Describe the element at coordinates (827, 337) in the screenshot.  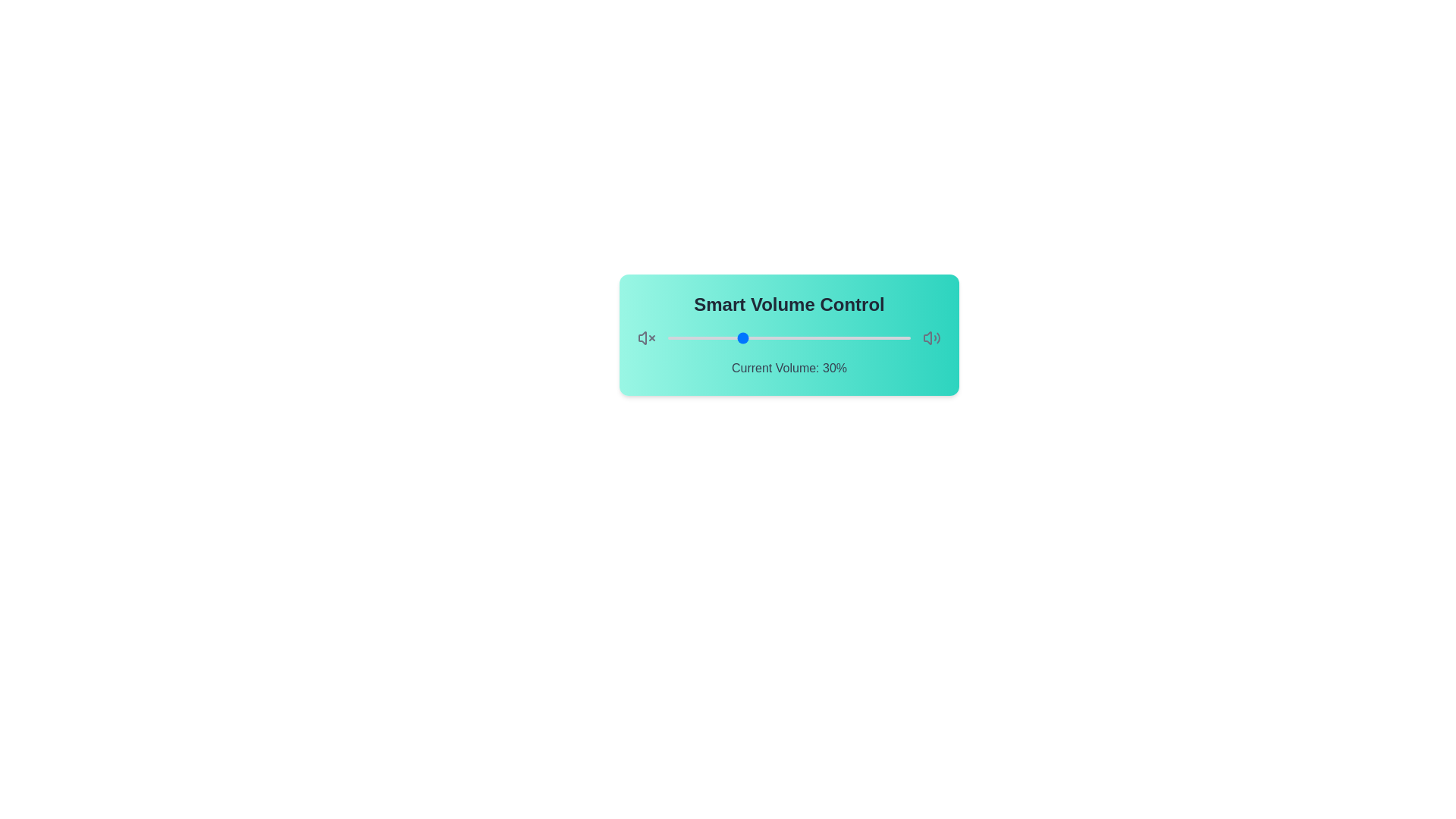
I see `the volume slider to set the volume to 66%` at that location.